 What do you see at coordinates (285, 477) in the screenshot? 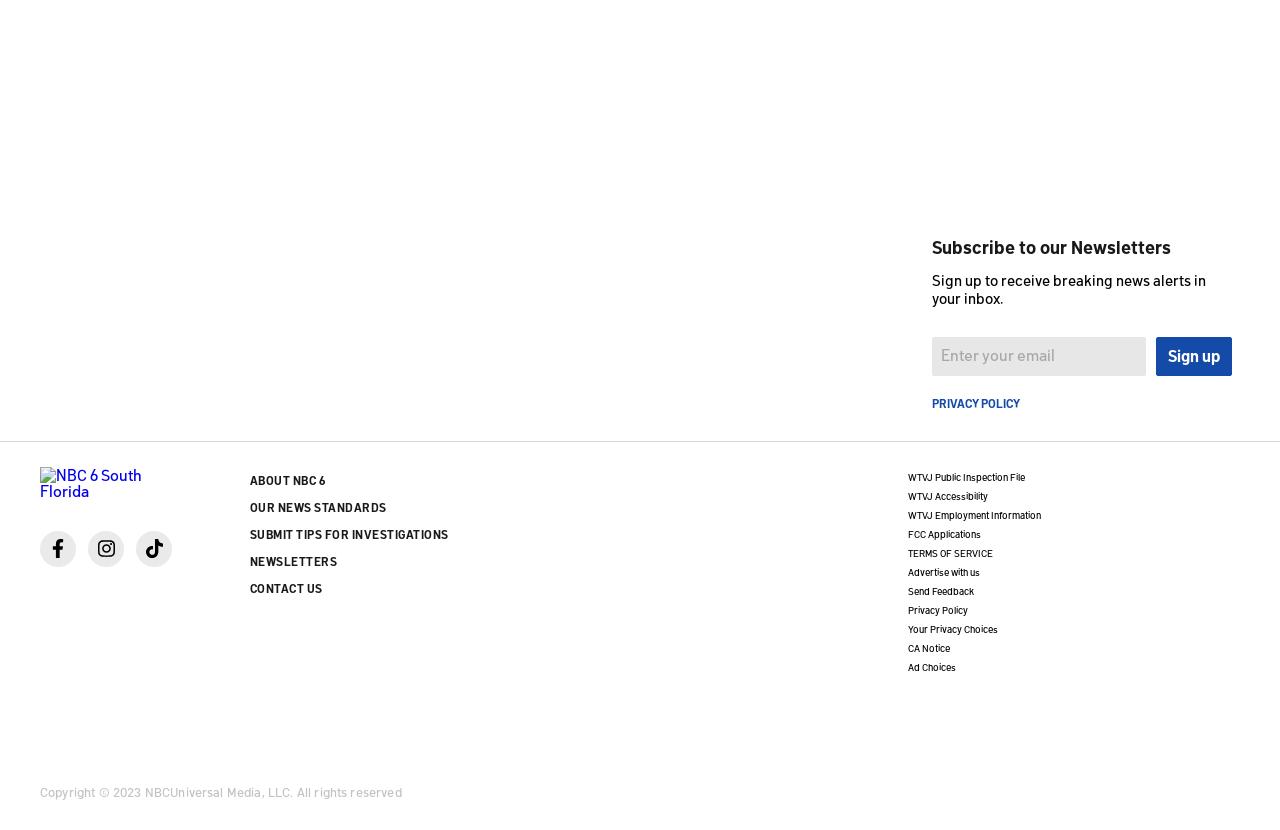
I see `'About NBC 6'` at bounding box center [285, 477].